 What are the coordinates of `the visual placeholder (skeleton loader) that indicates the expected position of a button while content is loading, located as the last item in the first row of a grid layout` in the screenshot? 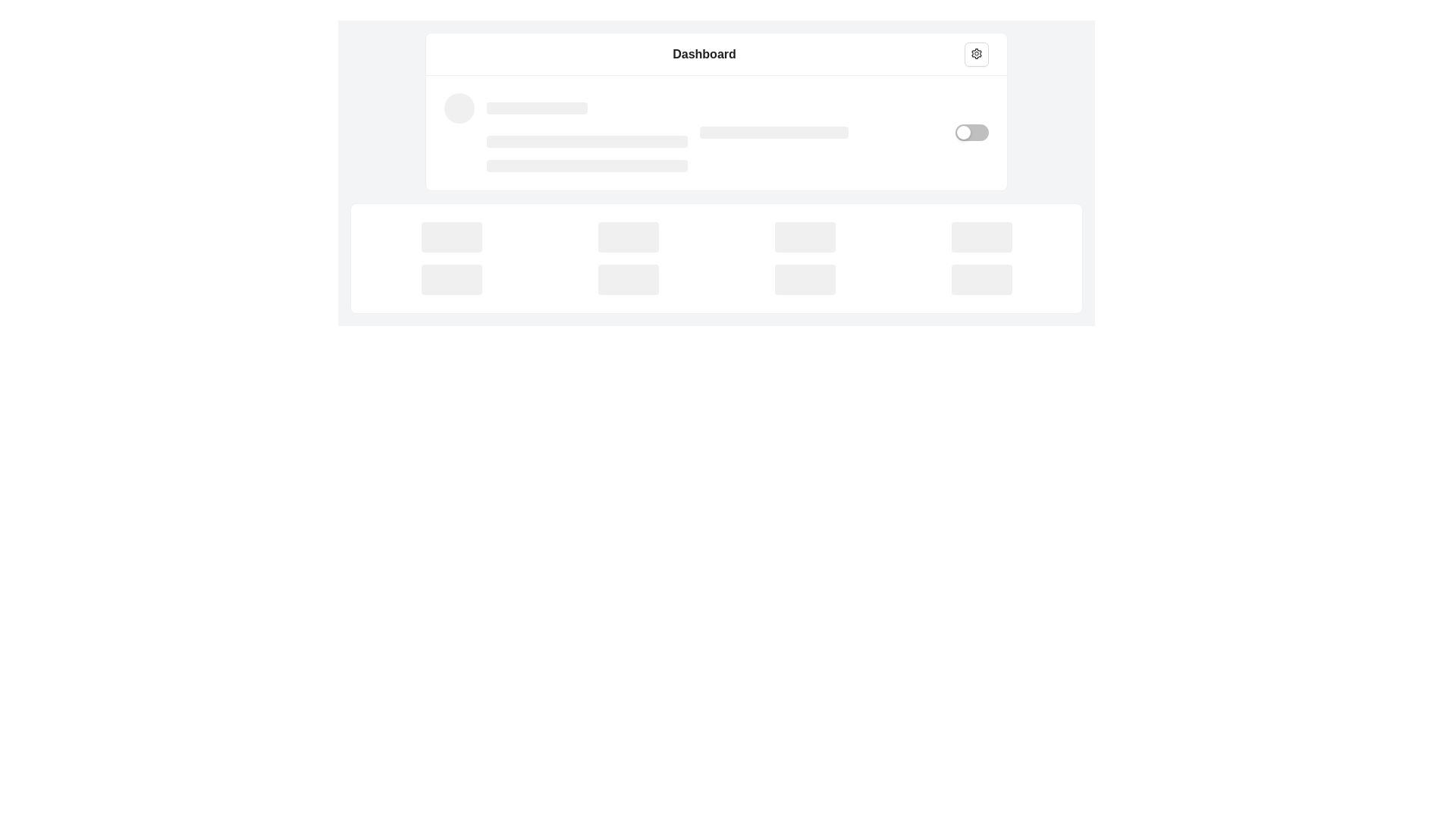 It's located at (981, 237).